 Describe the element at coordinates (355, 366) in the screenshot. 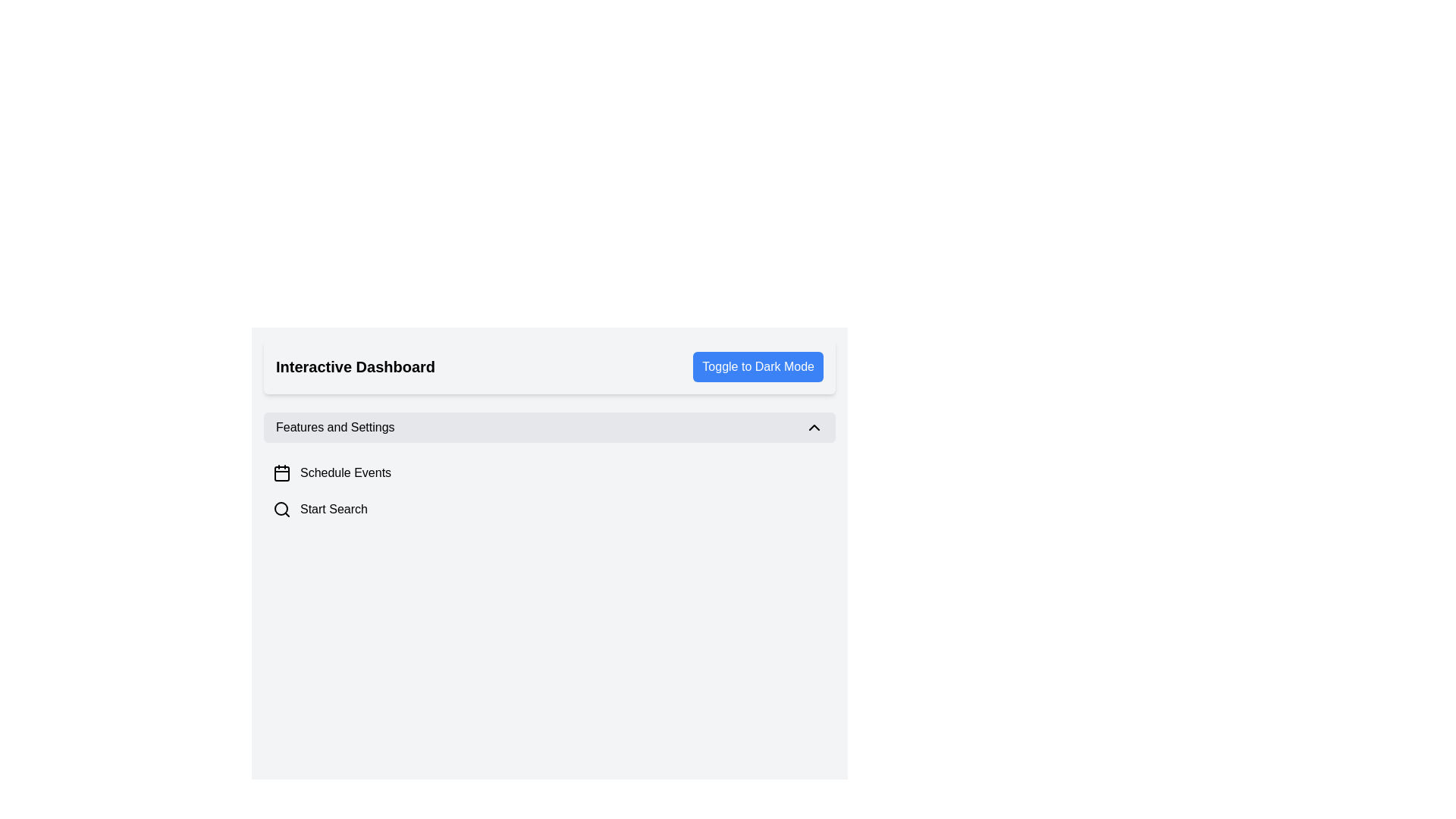

I see `the Text Label that serves as a header or title for the current dashboard interface, positioned to the left of the 'Toggle to Dark Mode' element` at that location.